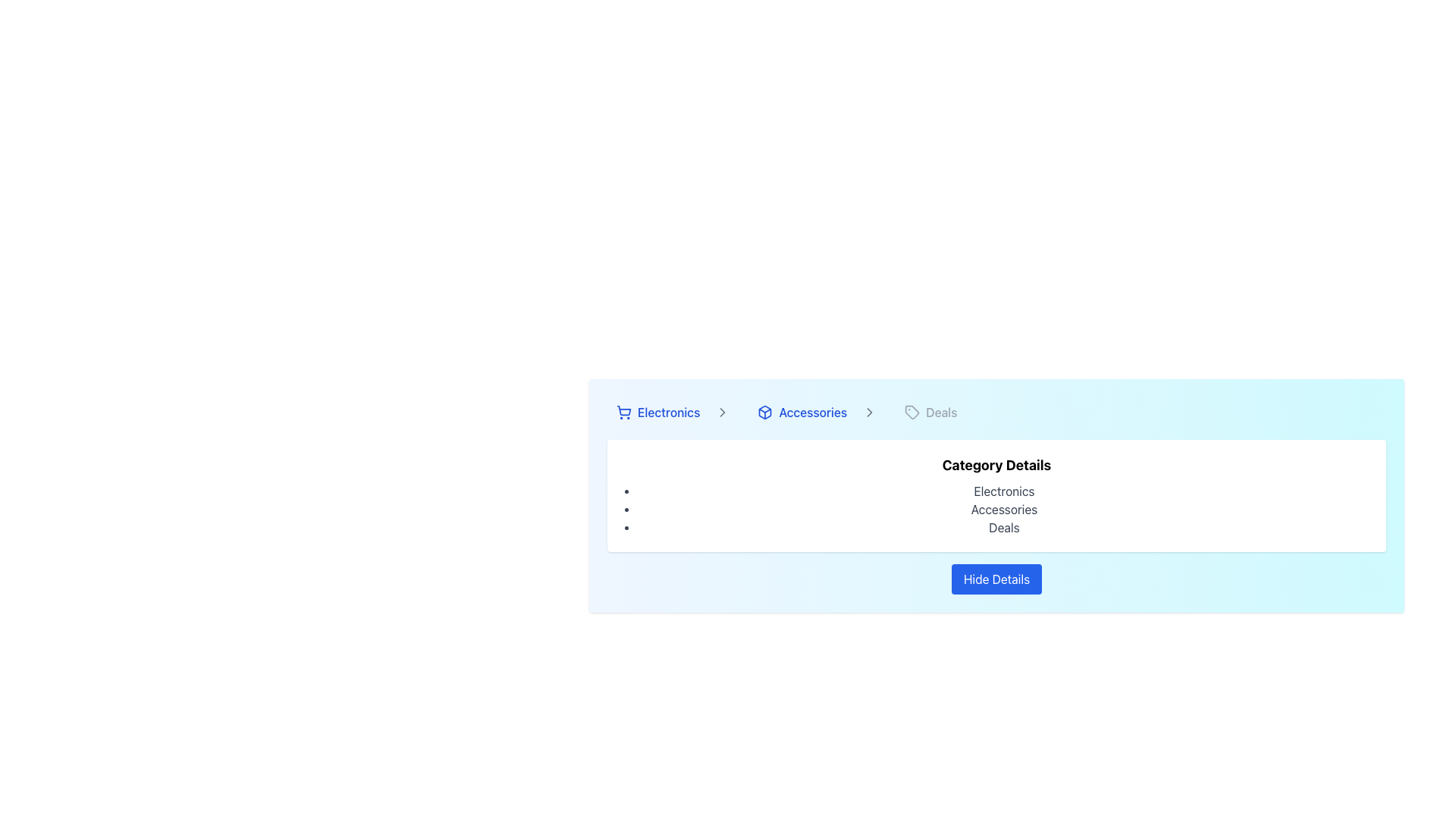 Image resolution: width=1456 pixels, height=819 pixels. What do you see at coordinates (765, 412) in the screenshot?
I see `the blue box icon in the breadcrumb navigation next to the 'Accessories' text` at bounding box center [765, 412].